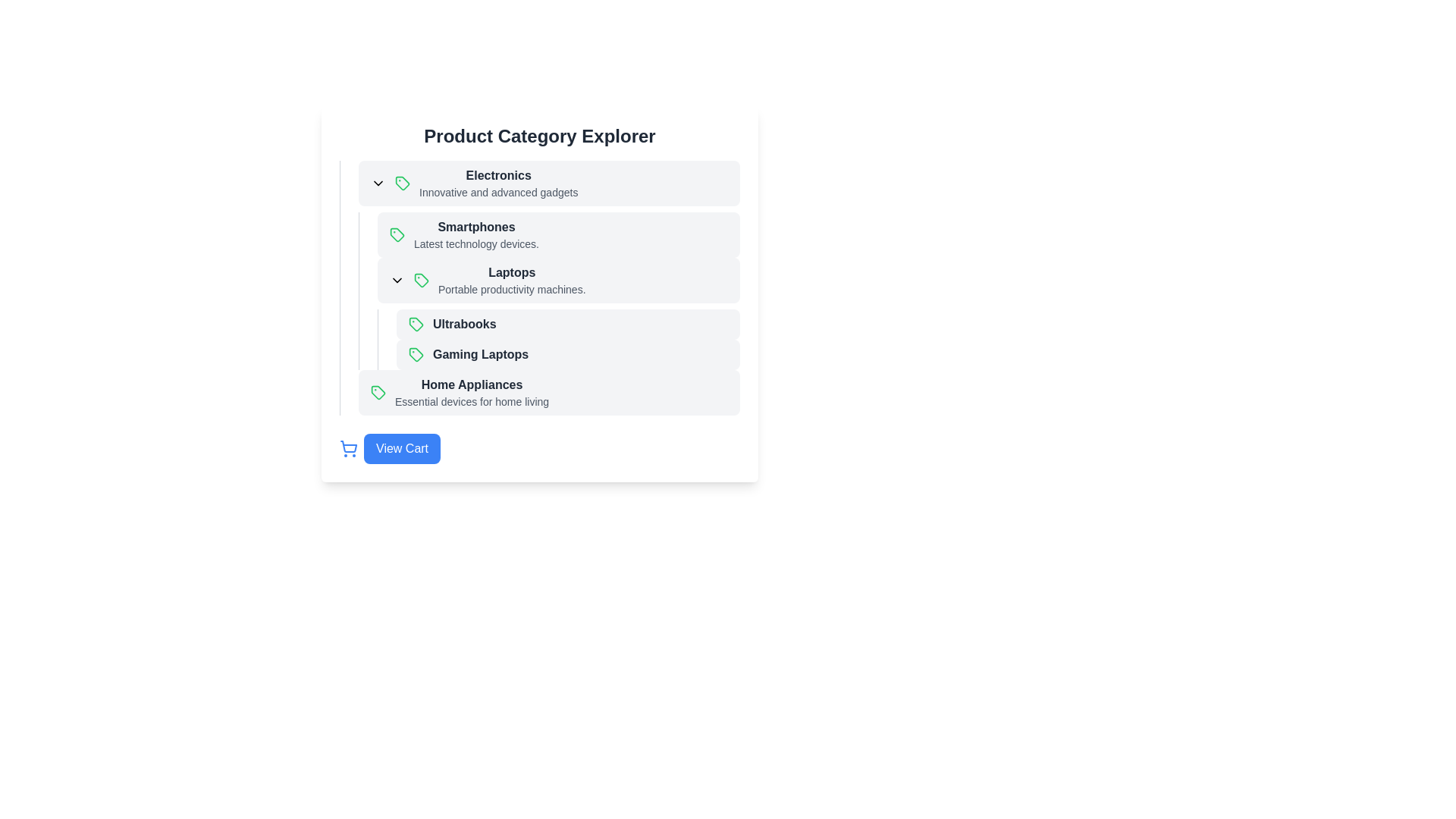 The image size is (1456, 819). I want to click on the 'Electronics' category tag icon, which is the graphical identifier located to the left of the text 'Electronics' in the Product Category Explorer interface, so click(403, 183).